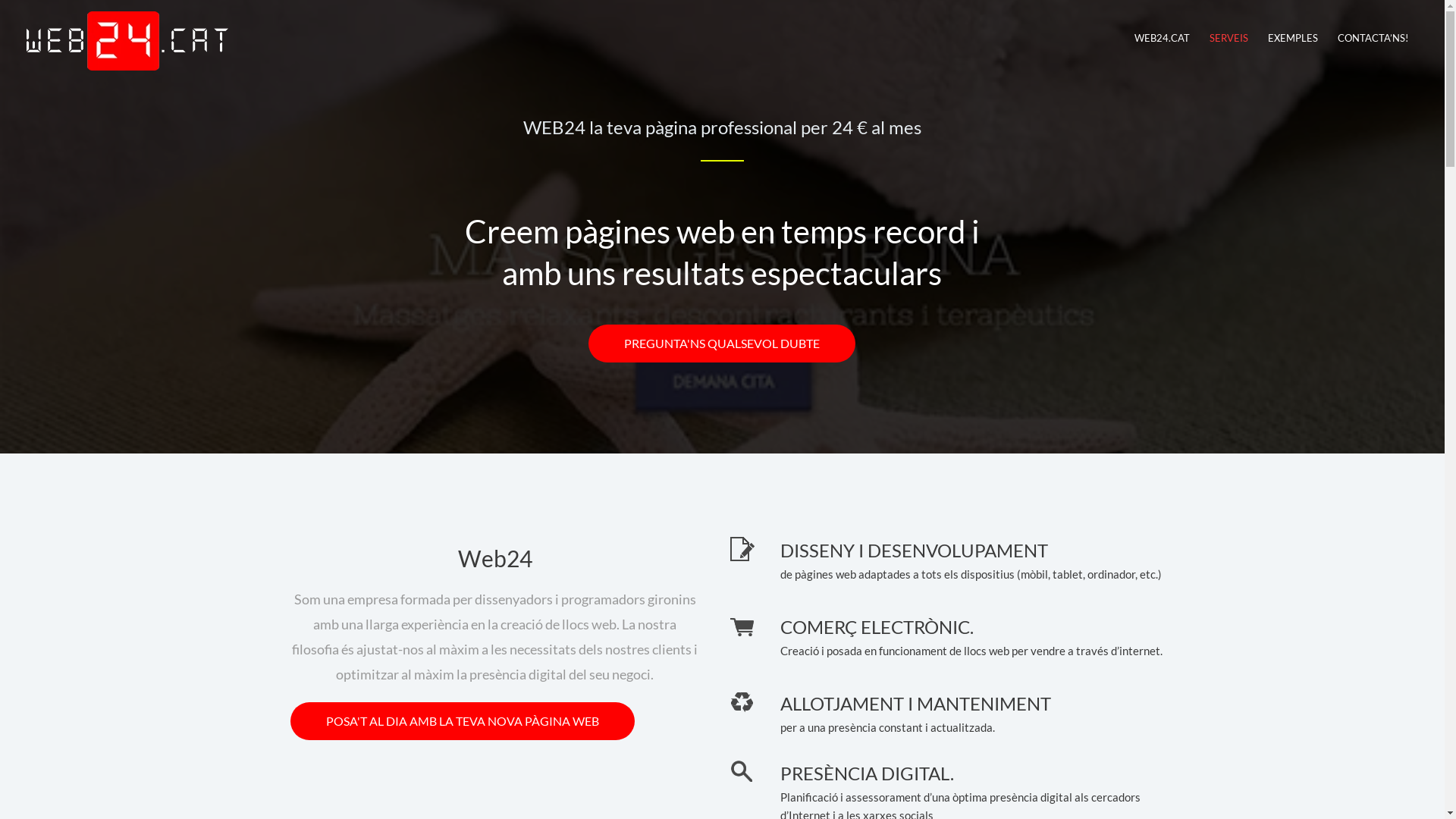  What do you see at coordinates (1228, 37) in the screenshot?
I see `'SERVEIS'` at bounding box center [1228, 37].